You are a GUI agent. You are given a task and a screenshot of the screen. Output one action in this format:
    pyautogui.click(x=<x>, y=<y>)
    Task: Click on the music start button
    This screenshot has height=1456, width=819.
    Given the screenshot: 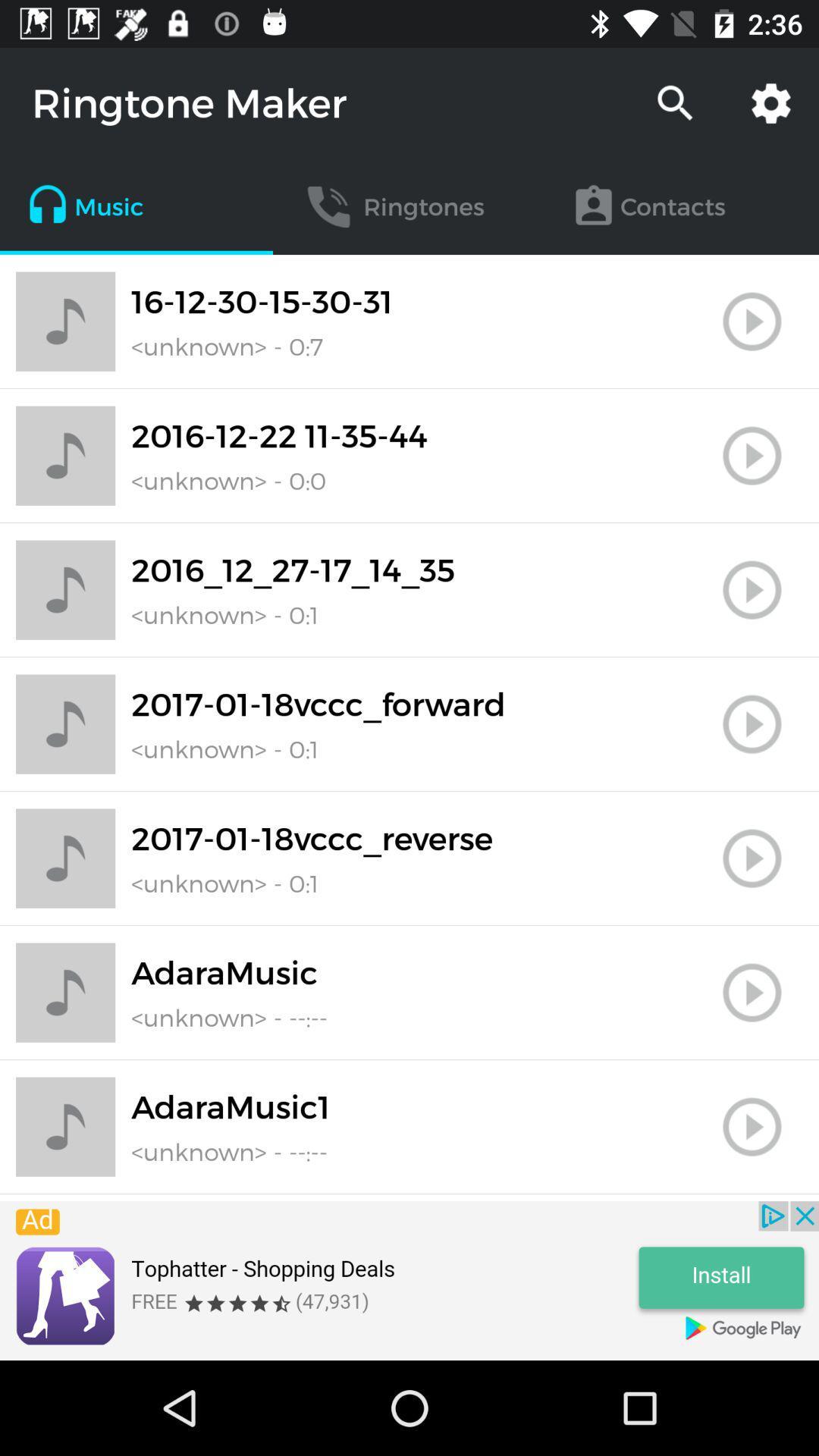 What is the action you would take?
    pyautogui.click(x=752, y=455)
    